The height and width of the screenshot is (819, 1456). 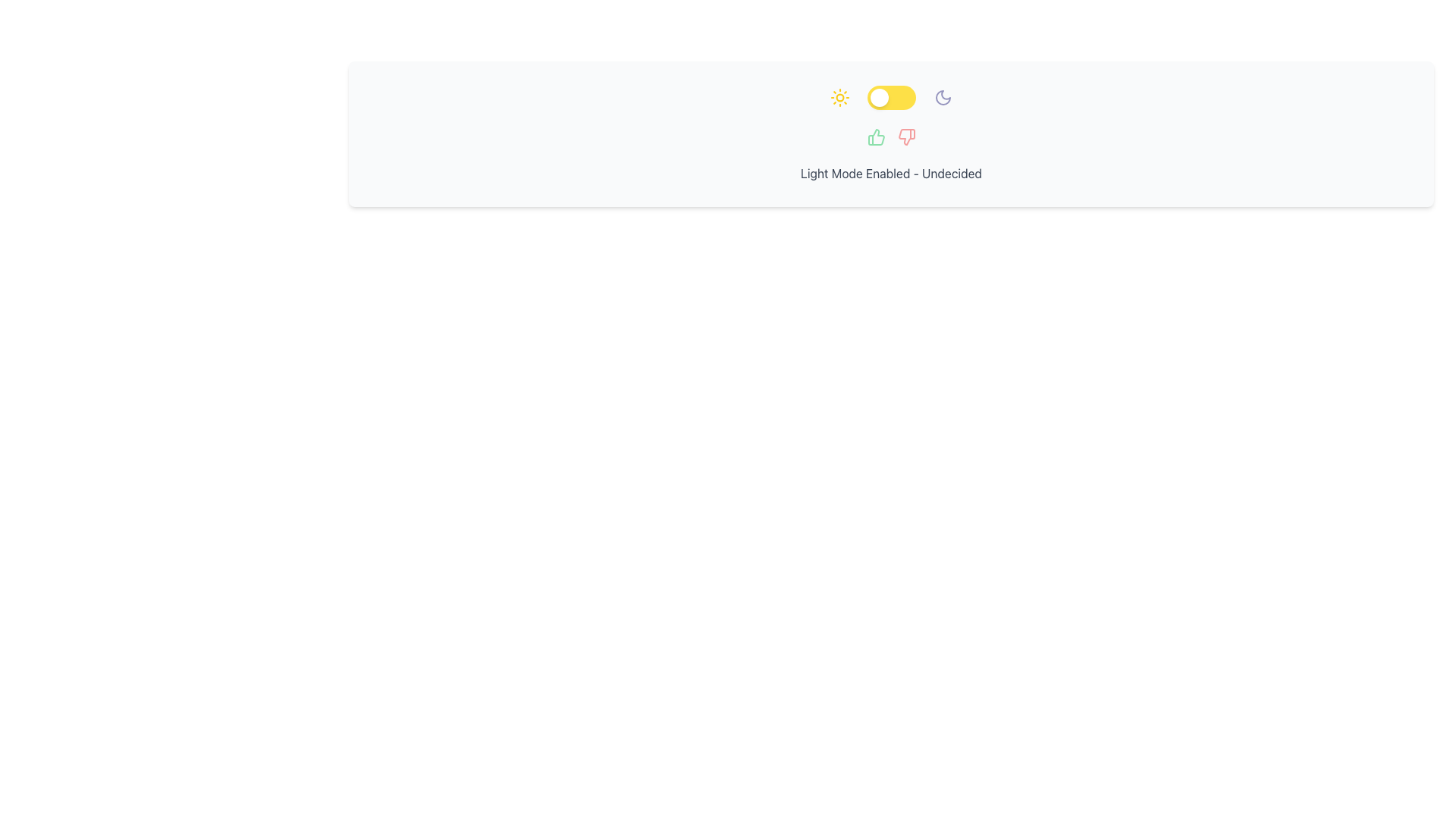 I want to click on the crescent moon icon in the interface header, so click(x=942, y=97).